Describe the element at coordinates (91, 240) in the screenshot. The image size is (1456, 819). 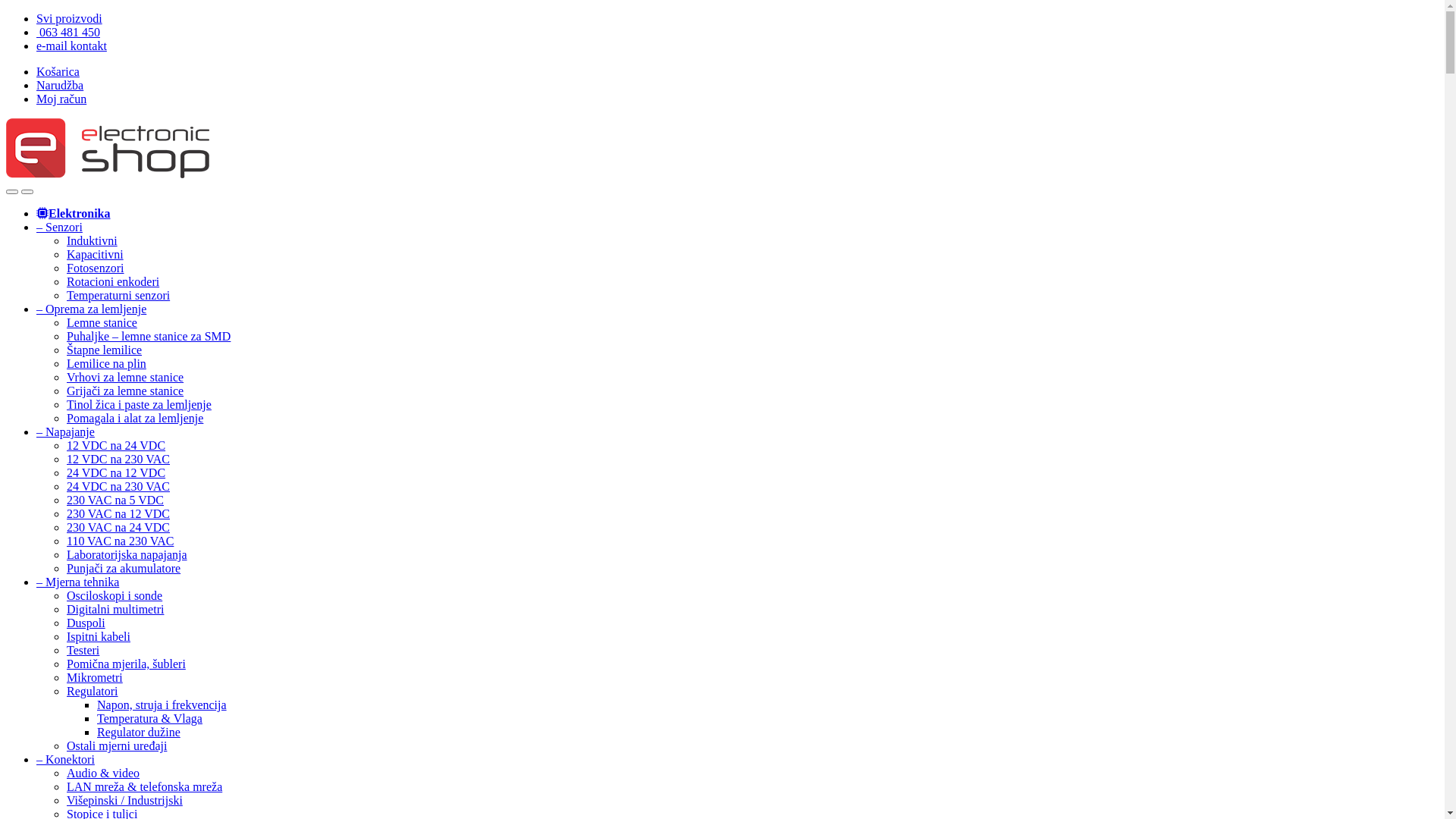
I see `'Induktivni'` at that location.